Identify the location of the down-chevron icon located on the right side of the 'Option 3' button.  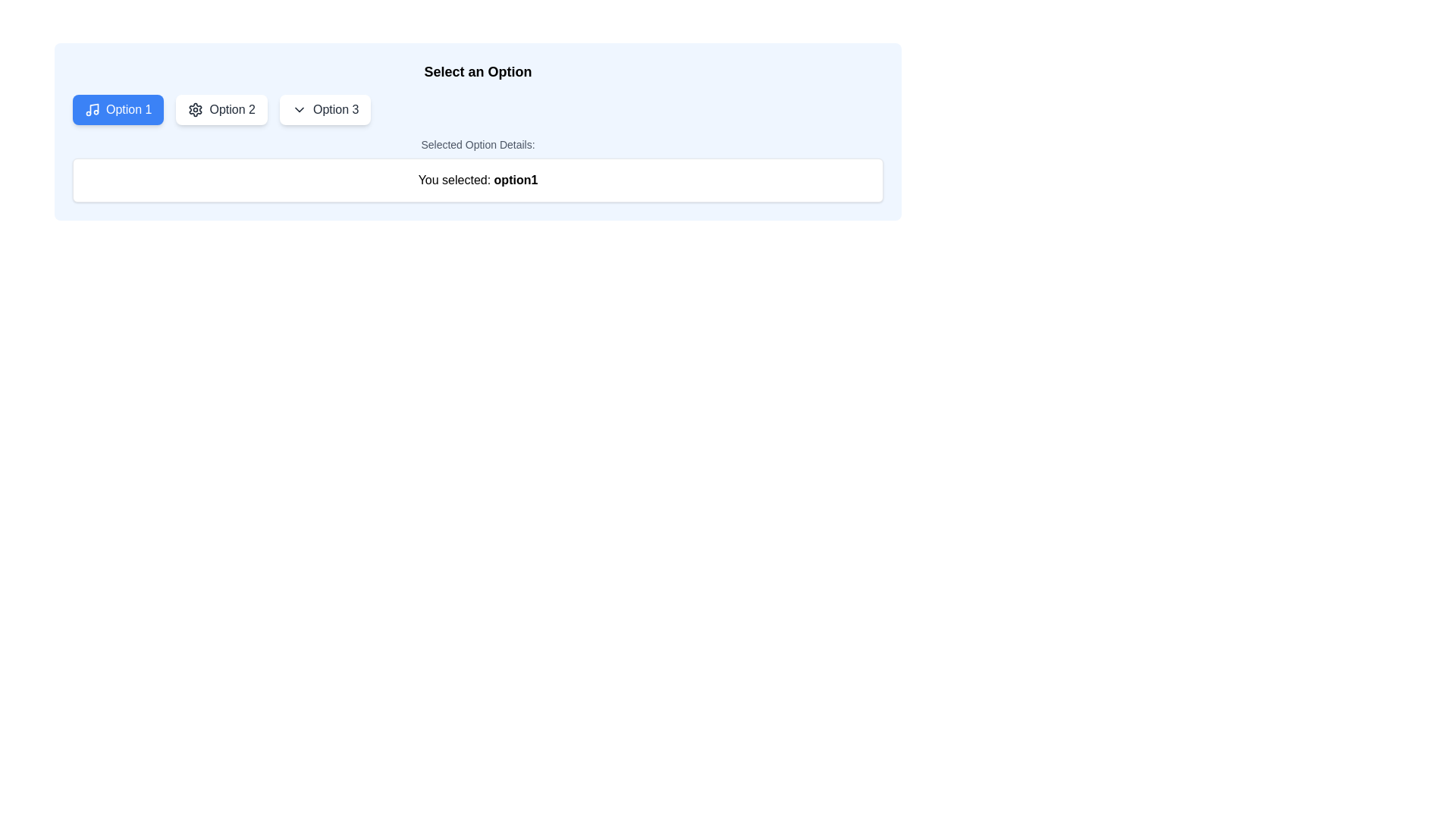
(299, 109).